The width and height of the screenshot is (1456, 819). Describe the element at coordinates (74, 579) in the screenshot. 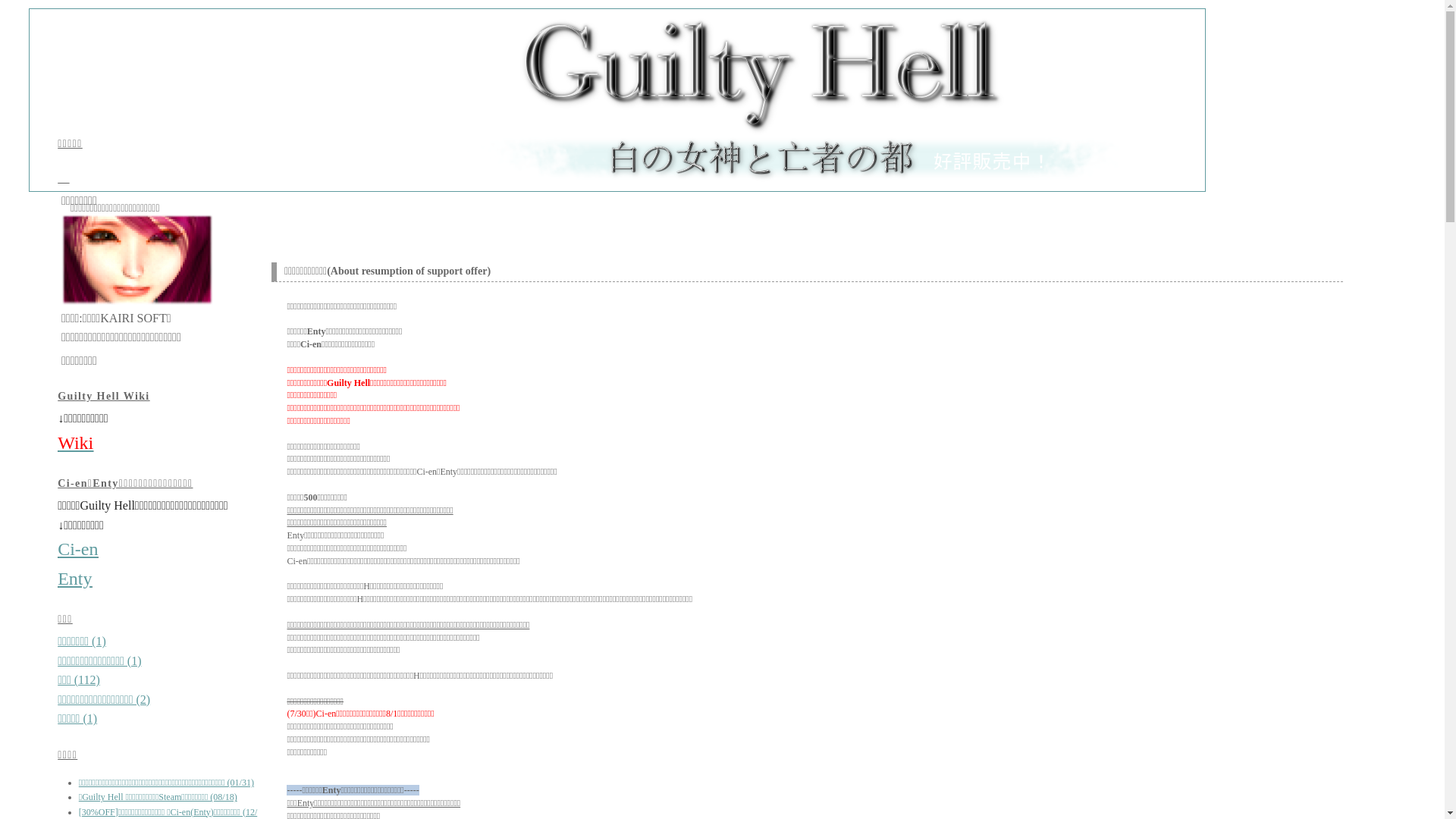

I see `'Enty'` at that location.